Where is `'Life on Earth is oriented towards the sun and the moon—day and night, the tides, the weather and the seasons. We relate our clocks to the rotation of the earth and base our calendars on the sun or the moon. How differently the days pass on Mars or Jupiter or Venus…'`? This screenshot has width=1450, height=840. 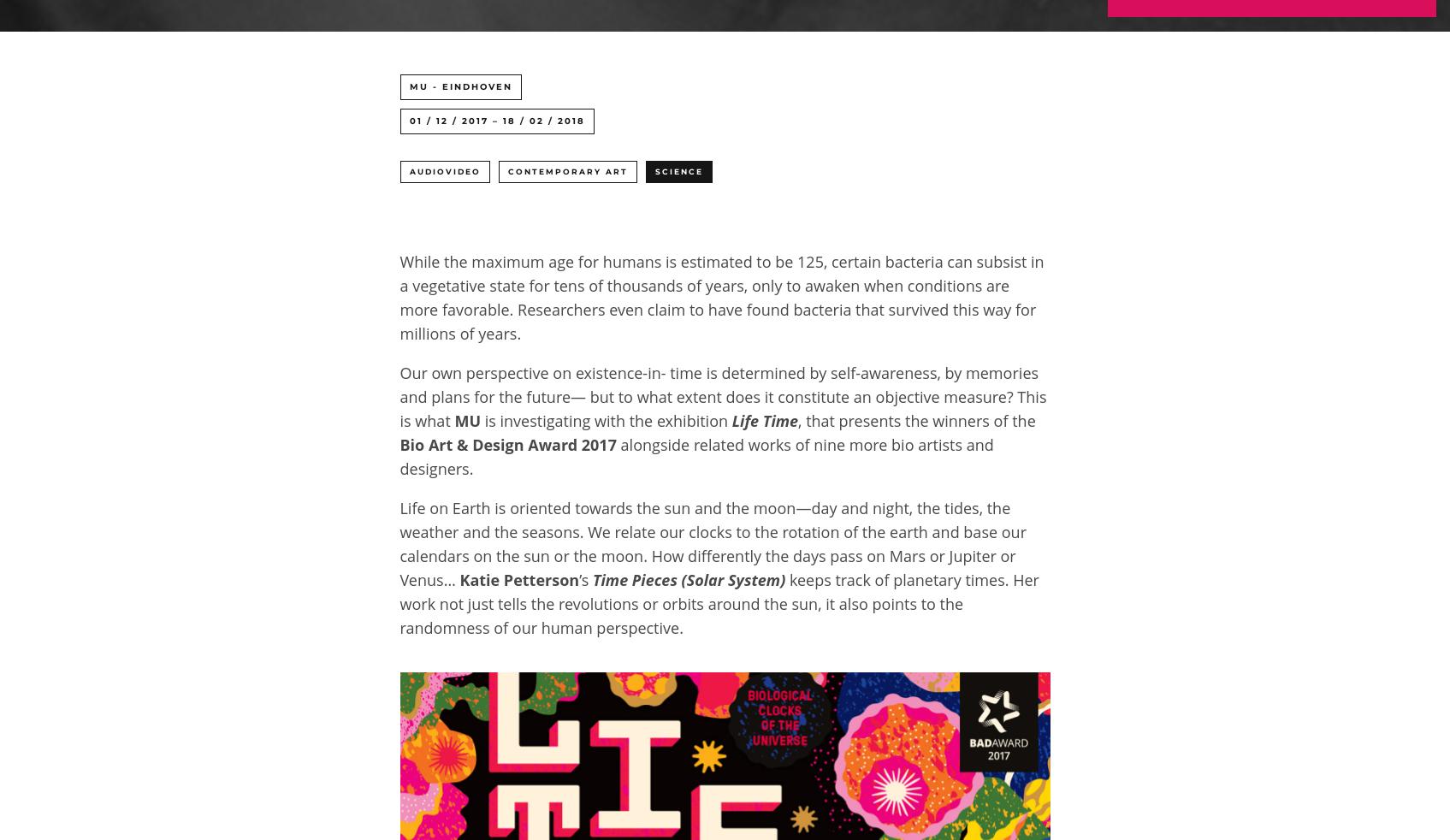
'Life on Earth is oriented towards the sun and the moon—day and night, the tides, the weather and the seasons. We relate our clocks to the rotation of the earth and base our calendars on the sun or the moon. How differently the days pass on Mars or Jupiter or Venus…' is located at coordinates (713, 544).